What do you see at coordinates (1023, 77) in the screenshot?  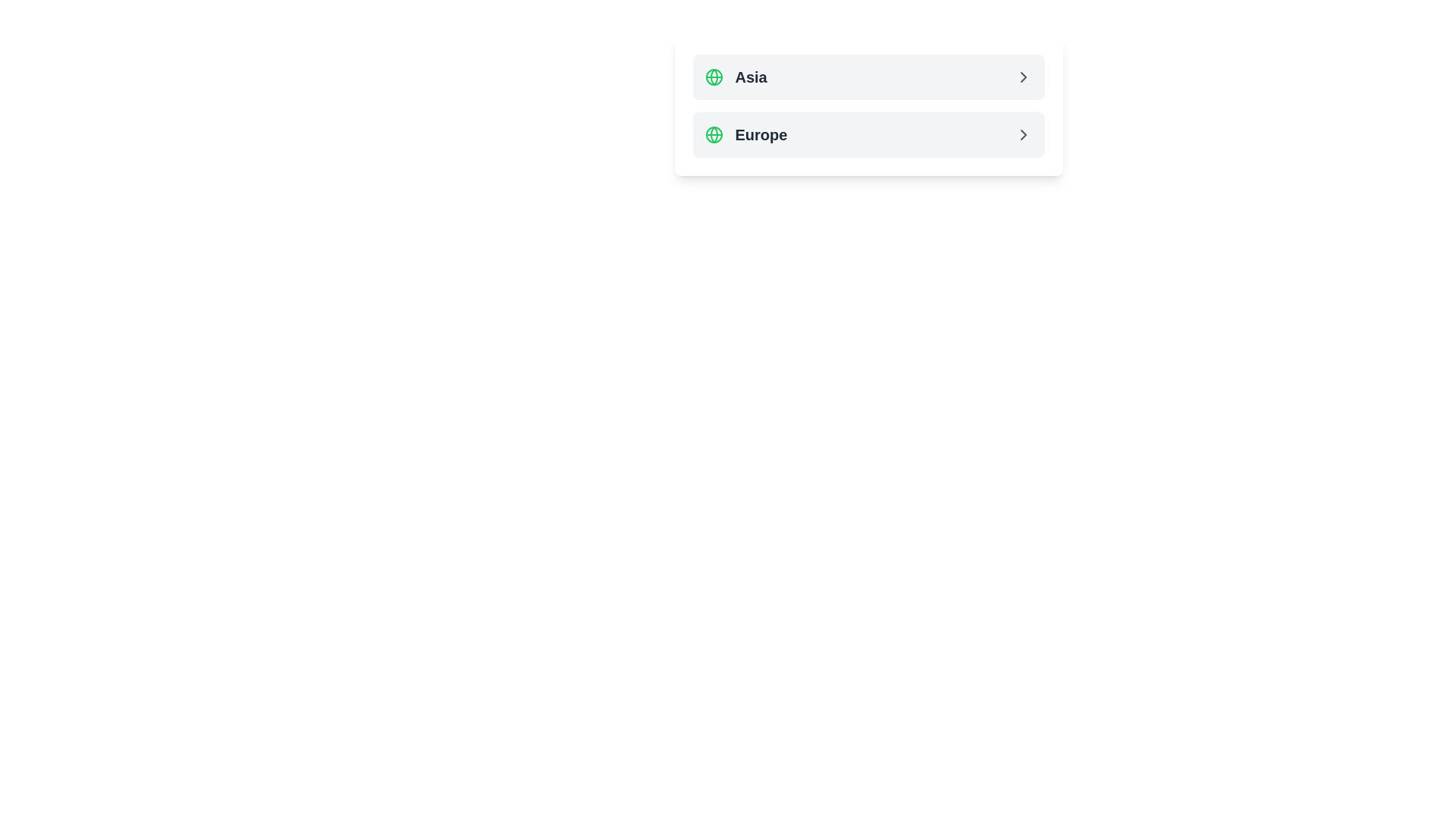 I see `the right-facing chevron icon in the 'Asia' row` at bounding box center [1023, 77].